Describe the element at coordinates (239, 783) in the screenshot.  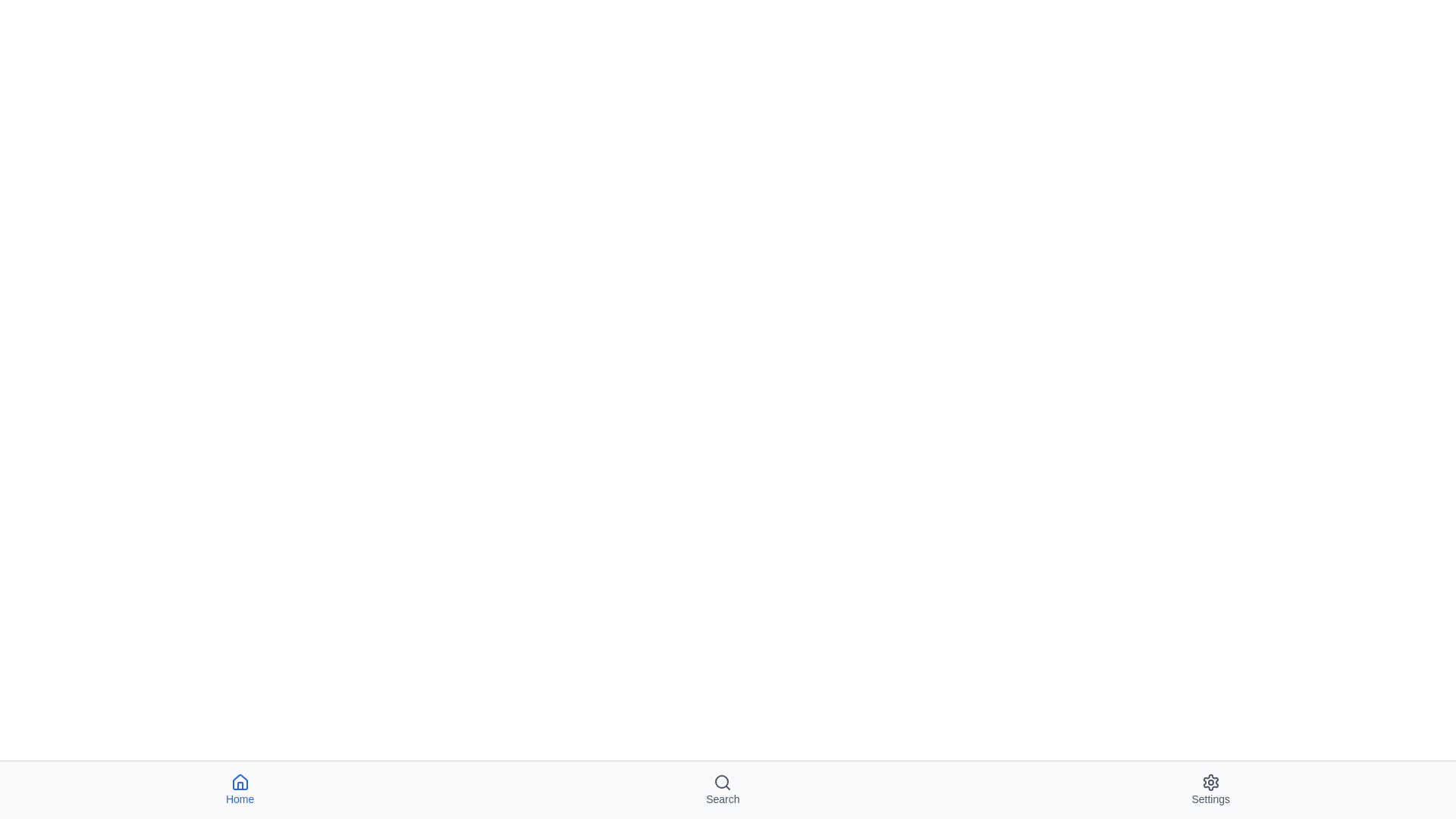
I see `the home icon, which is a blue line-art representation of a house located in the bottom navigation bar` at that location.